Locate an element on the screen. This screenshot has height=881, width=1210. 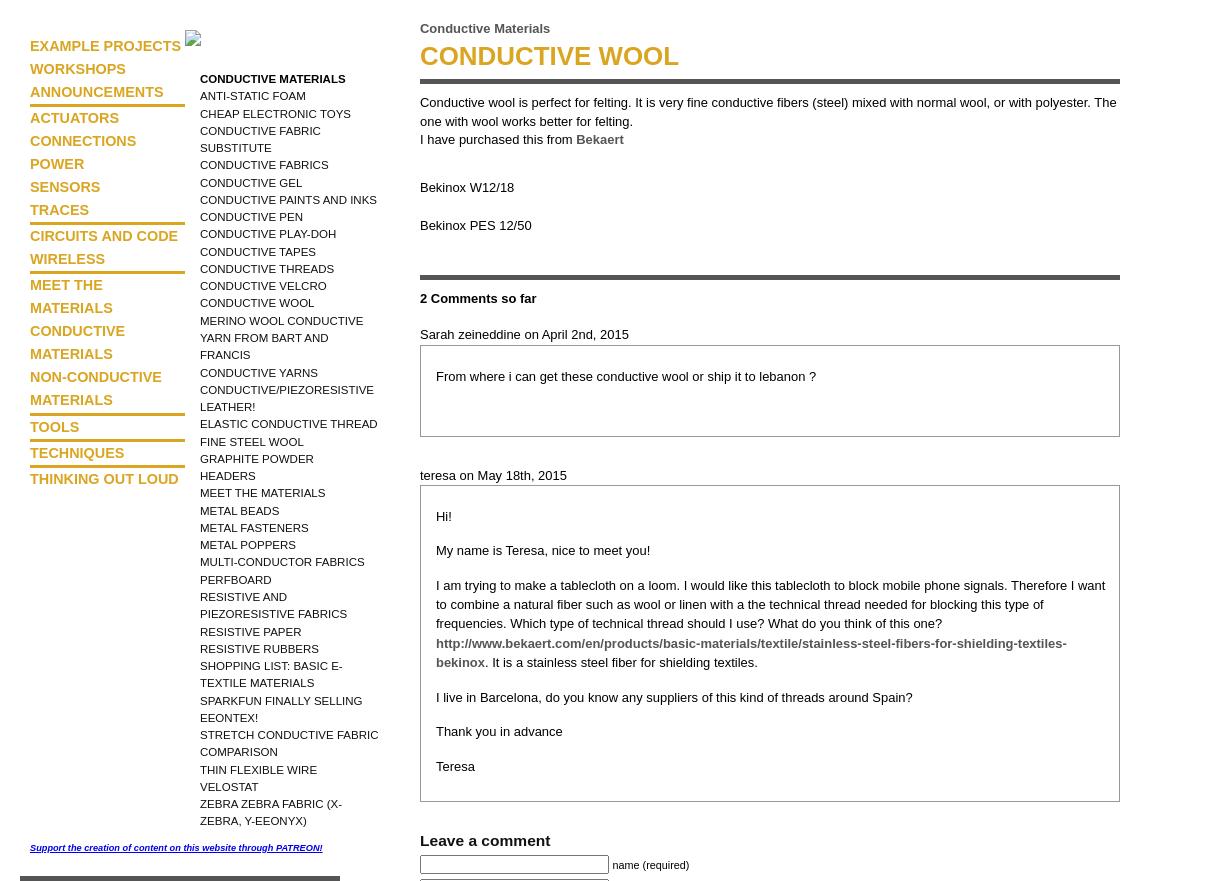
'http://www.bekaert.com/en/products/basic-materials/textile/stainless-steel-fibers-for-shielding-textiles-bekinox' is located at coordinates (434, 652).